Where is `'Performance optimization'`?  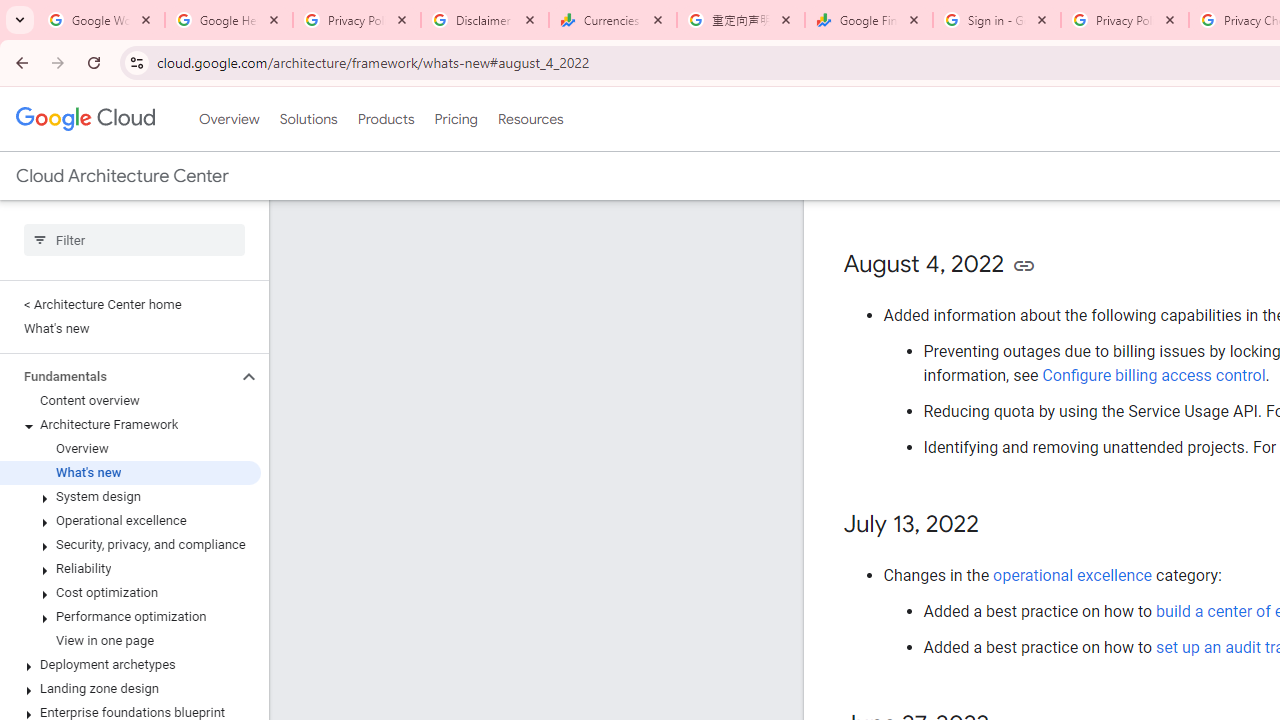 'Performance optimization' is located at coordinates (129, 616).